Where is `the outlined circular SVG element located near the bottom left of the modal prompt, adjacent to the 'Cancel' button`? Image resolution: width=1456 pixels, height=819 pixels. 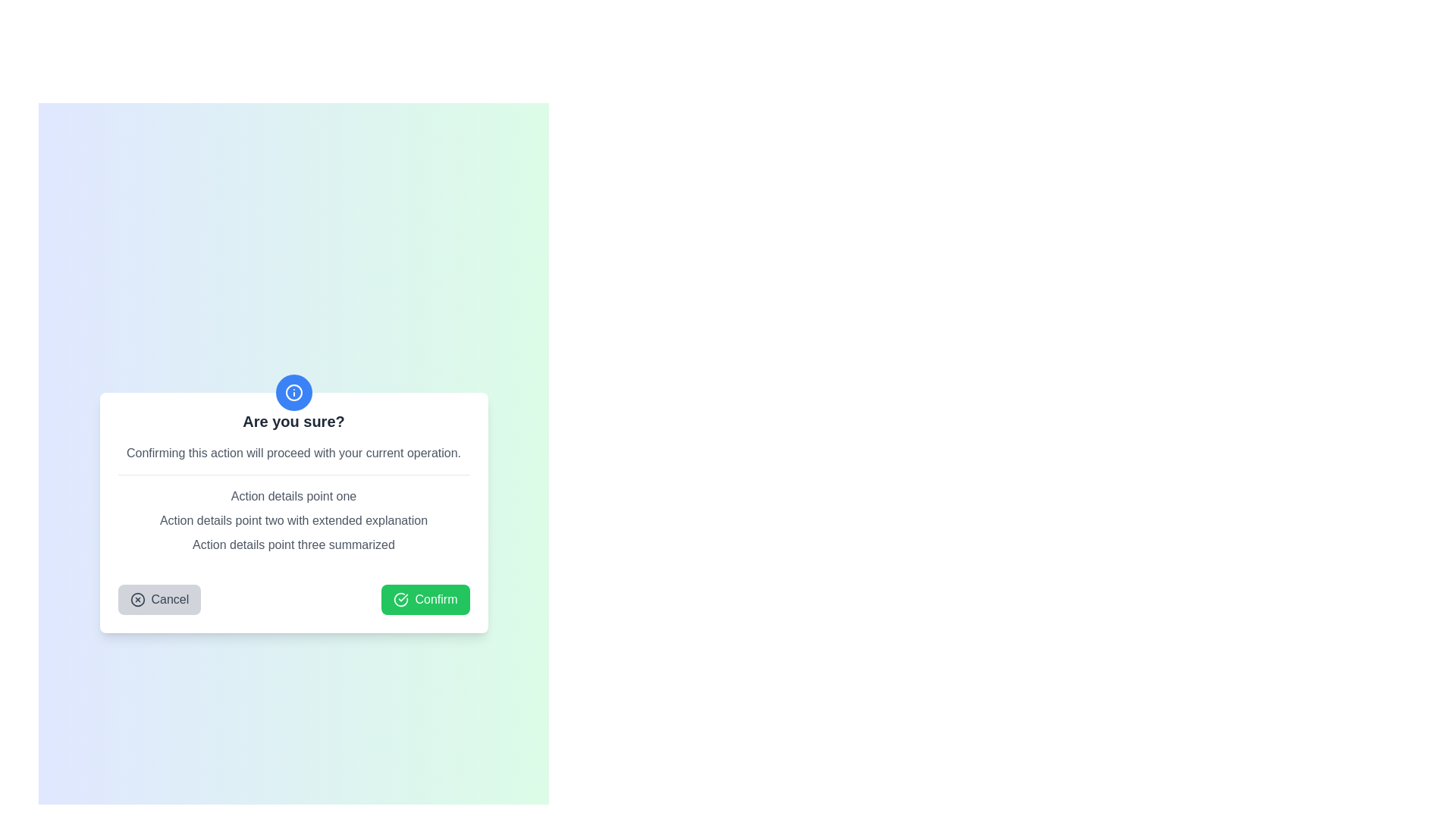
the outlined circular SVG element located near the bottom left of the modal prompt, adjacent to the 'Cancel' button is located at coordinates (137, 598).